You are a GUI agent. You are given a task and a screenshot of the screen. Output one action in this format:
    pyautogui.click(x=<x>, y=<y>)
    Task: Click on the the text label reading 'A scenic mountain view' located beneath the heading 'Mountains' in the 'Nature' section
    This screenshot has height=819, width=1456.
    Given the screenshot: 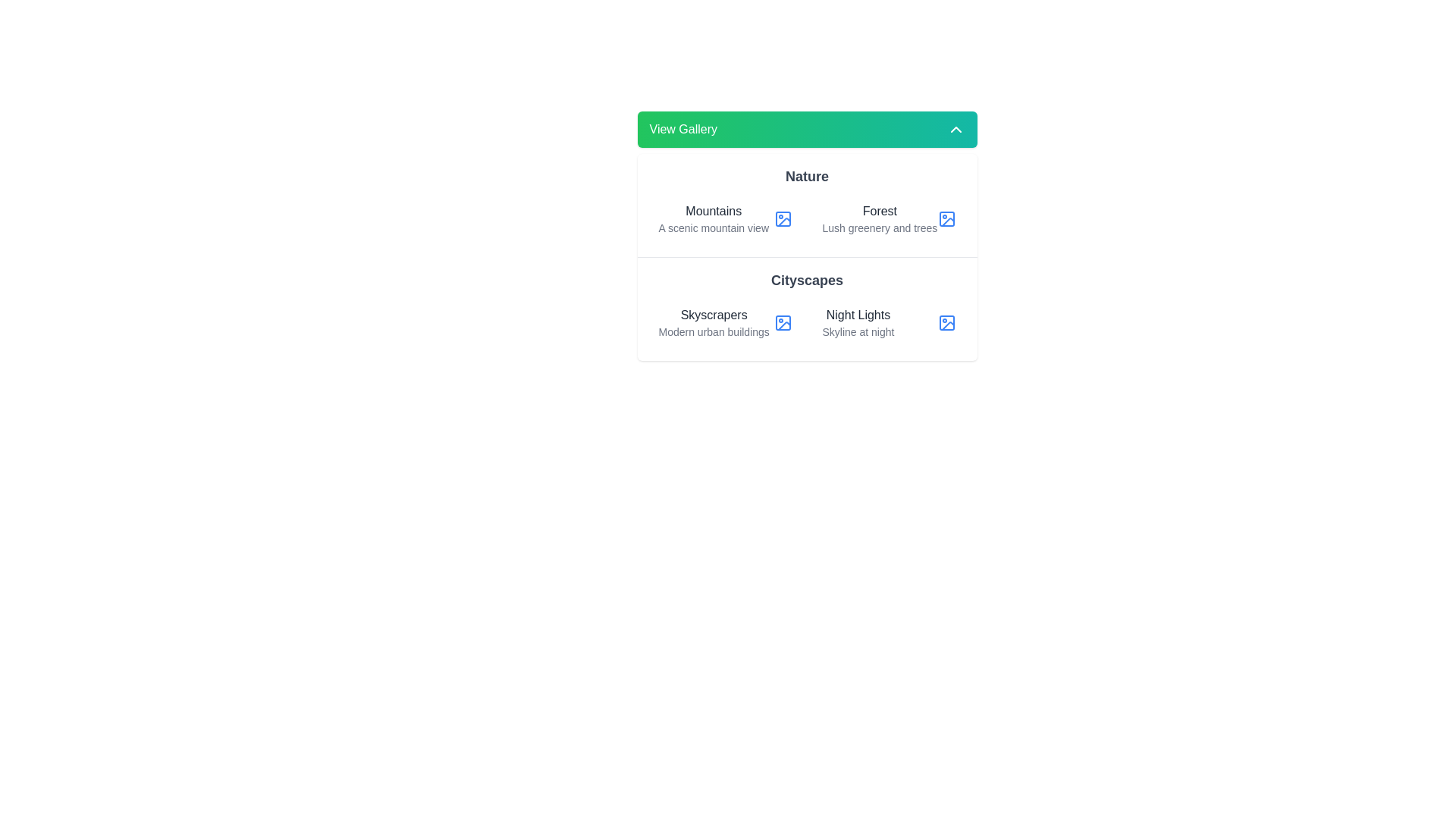 What is the action you would take?
    pyautogui.click(x=713, y=227)
    